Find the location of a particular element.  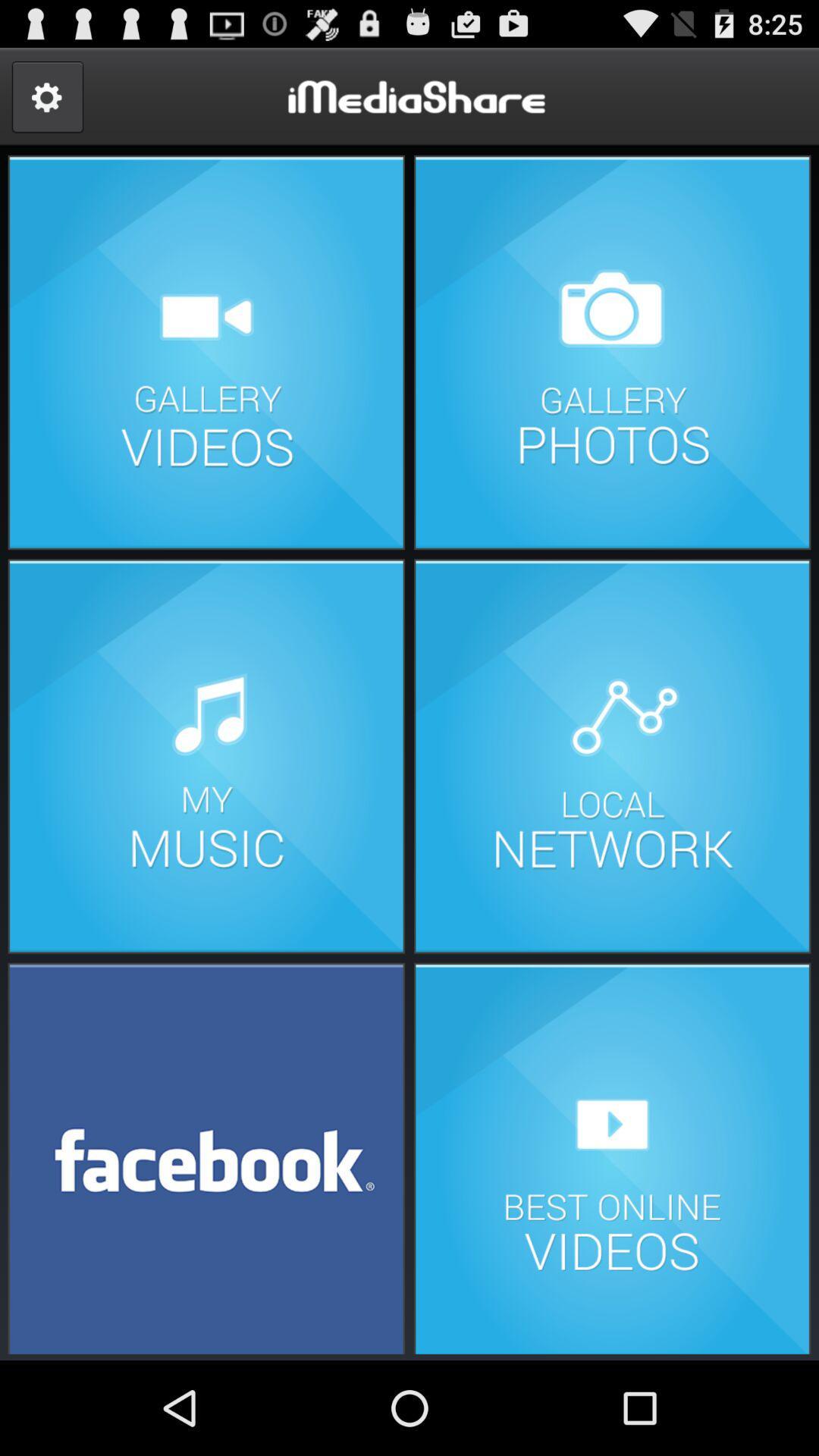

see best videos is located at coordinates (611, 1156).